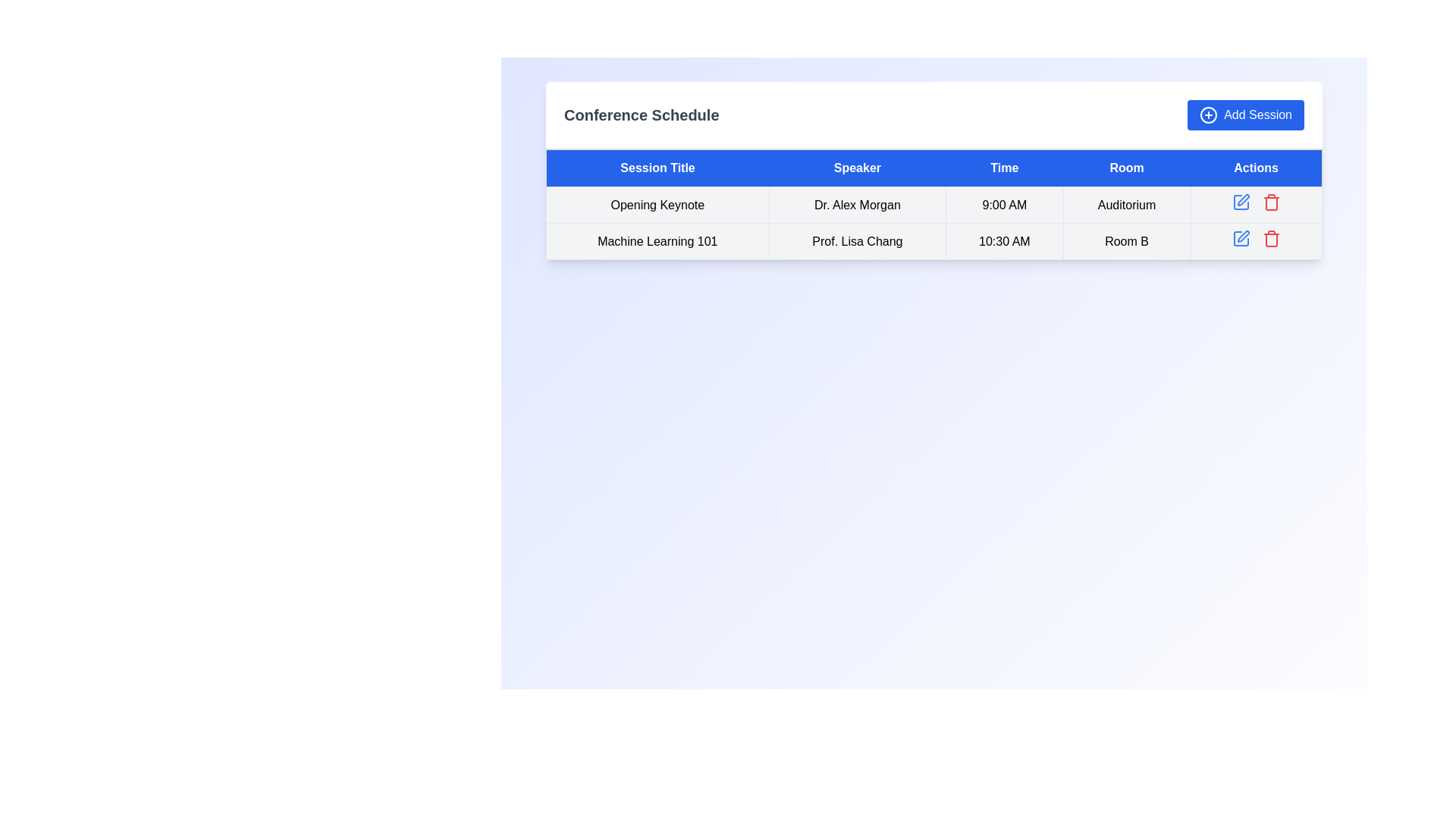 The width and height of the screenshot is (1456, 819). What do you see at coordinates (1004, 168) in the screenshot?
I see `the Table Header Cell labeled 'Time', which has a blue background and is located between the 'Speaker' and 'Room' headers in the table` at bounding box center [1004, 168].